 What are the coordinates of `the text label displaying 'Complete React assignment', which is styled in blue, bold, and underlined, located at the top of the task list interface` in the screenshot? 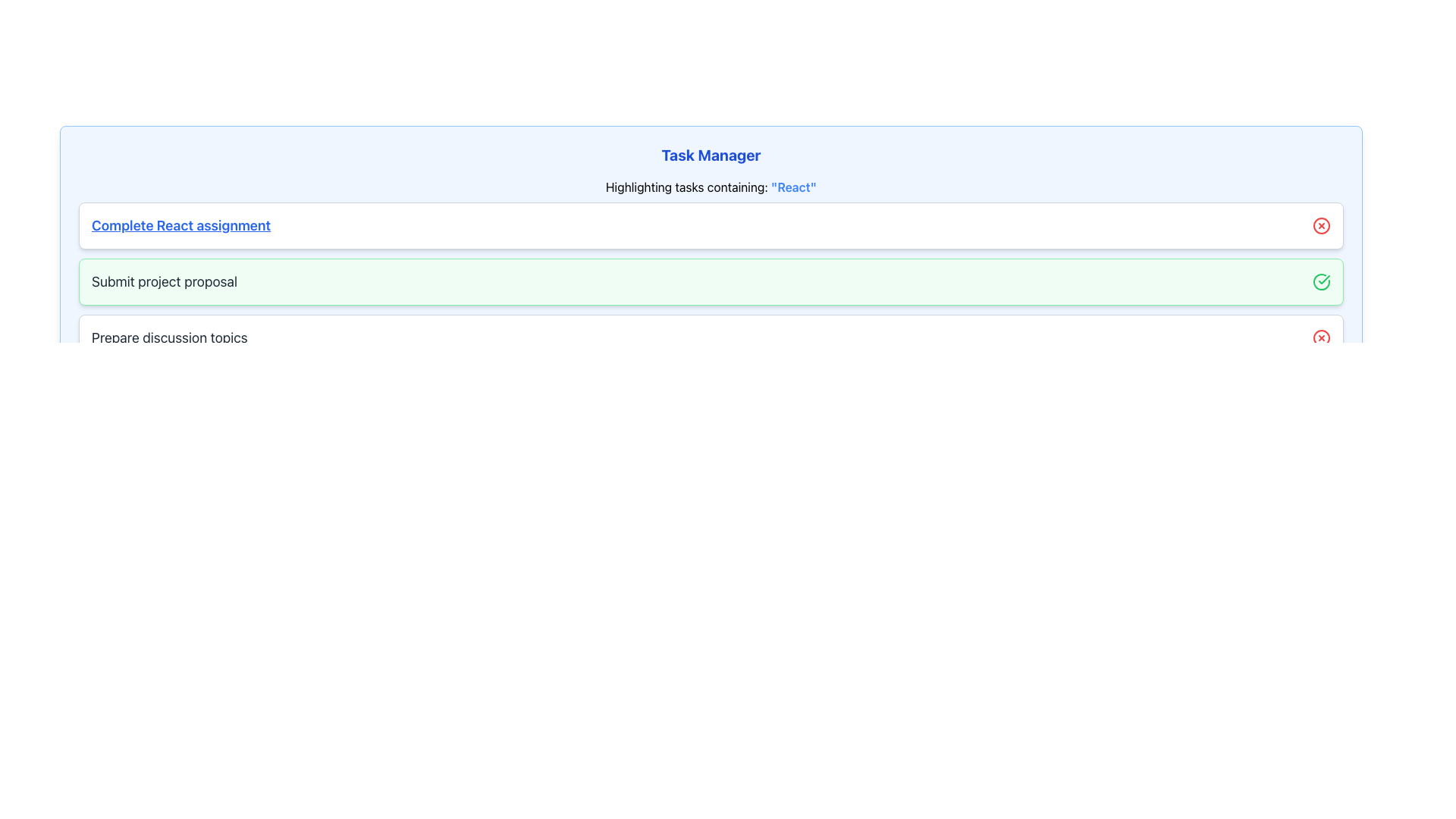 It's located at (181, 225).